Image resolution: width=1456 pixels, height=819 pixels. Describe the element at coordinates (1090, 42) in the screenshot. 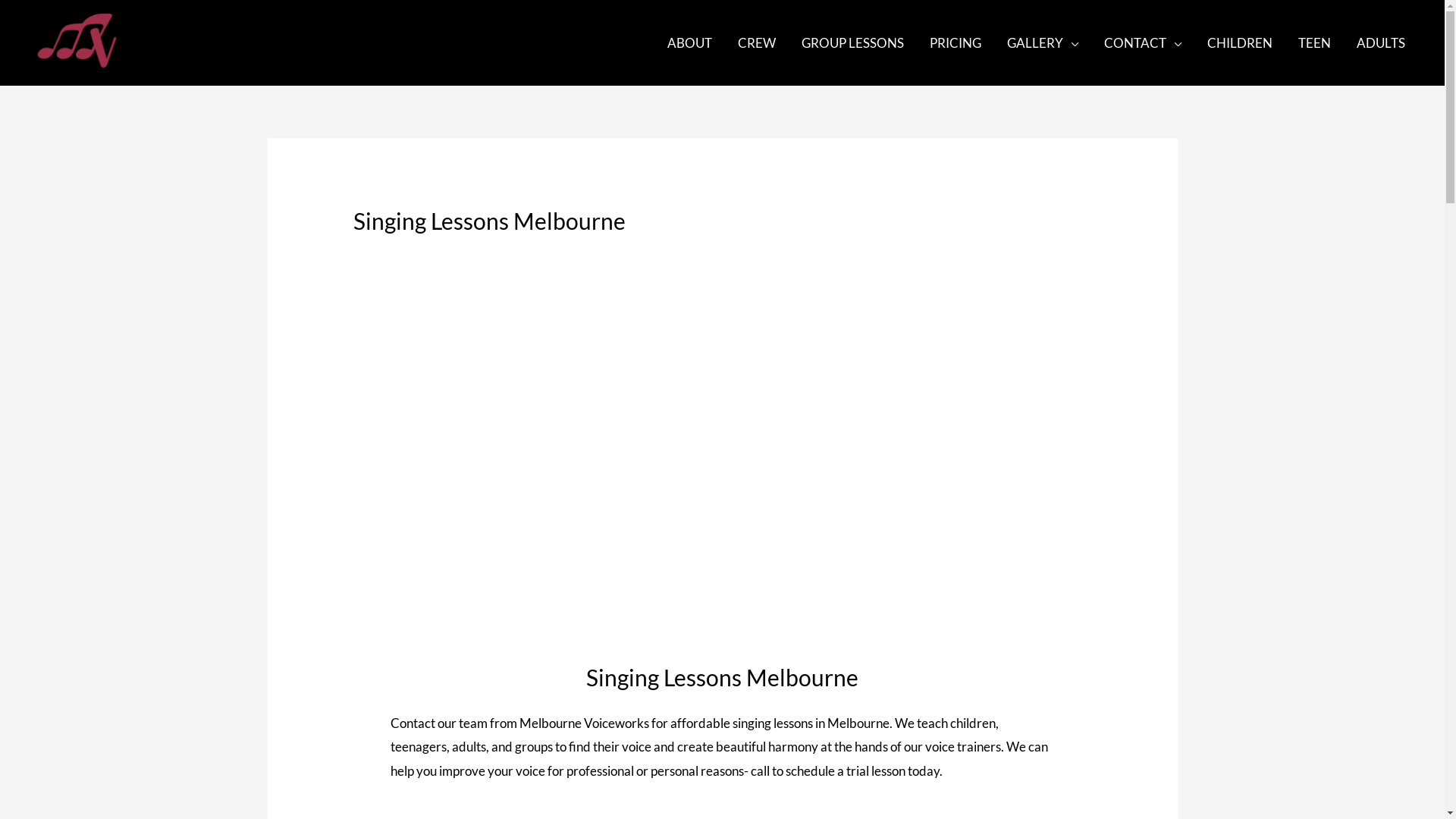

I see `'CONTACT'` at that location.